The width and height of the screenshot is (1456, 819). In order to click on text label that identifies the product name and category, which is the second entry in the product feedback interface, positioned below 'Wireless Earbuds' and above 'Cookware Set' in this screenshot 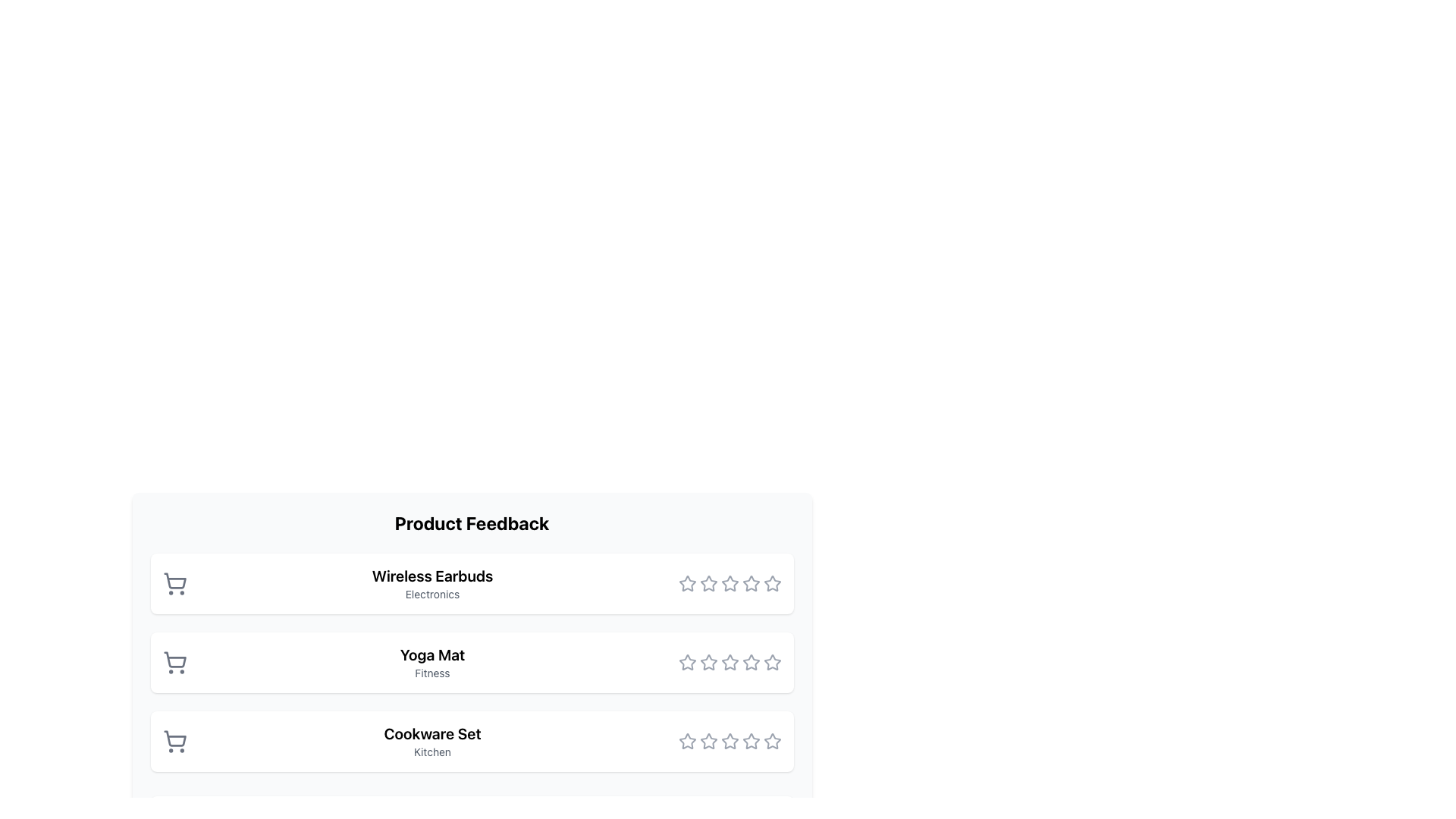, I will do `click(431, 662)`.